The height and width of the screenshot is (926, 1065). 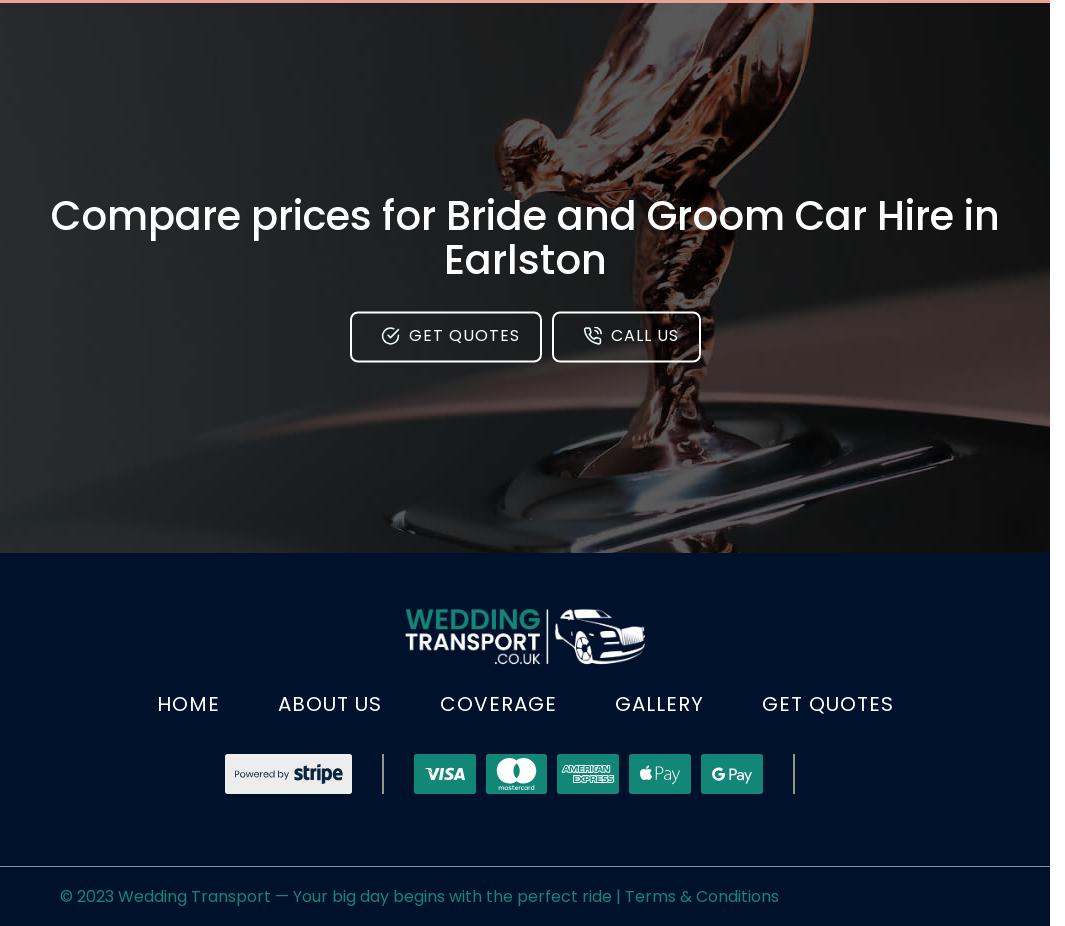 I want to click on 'Gallery', so click(x=613, y=703).